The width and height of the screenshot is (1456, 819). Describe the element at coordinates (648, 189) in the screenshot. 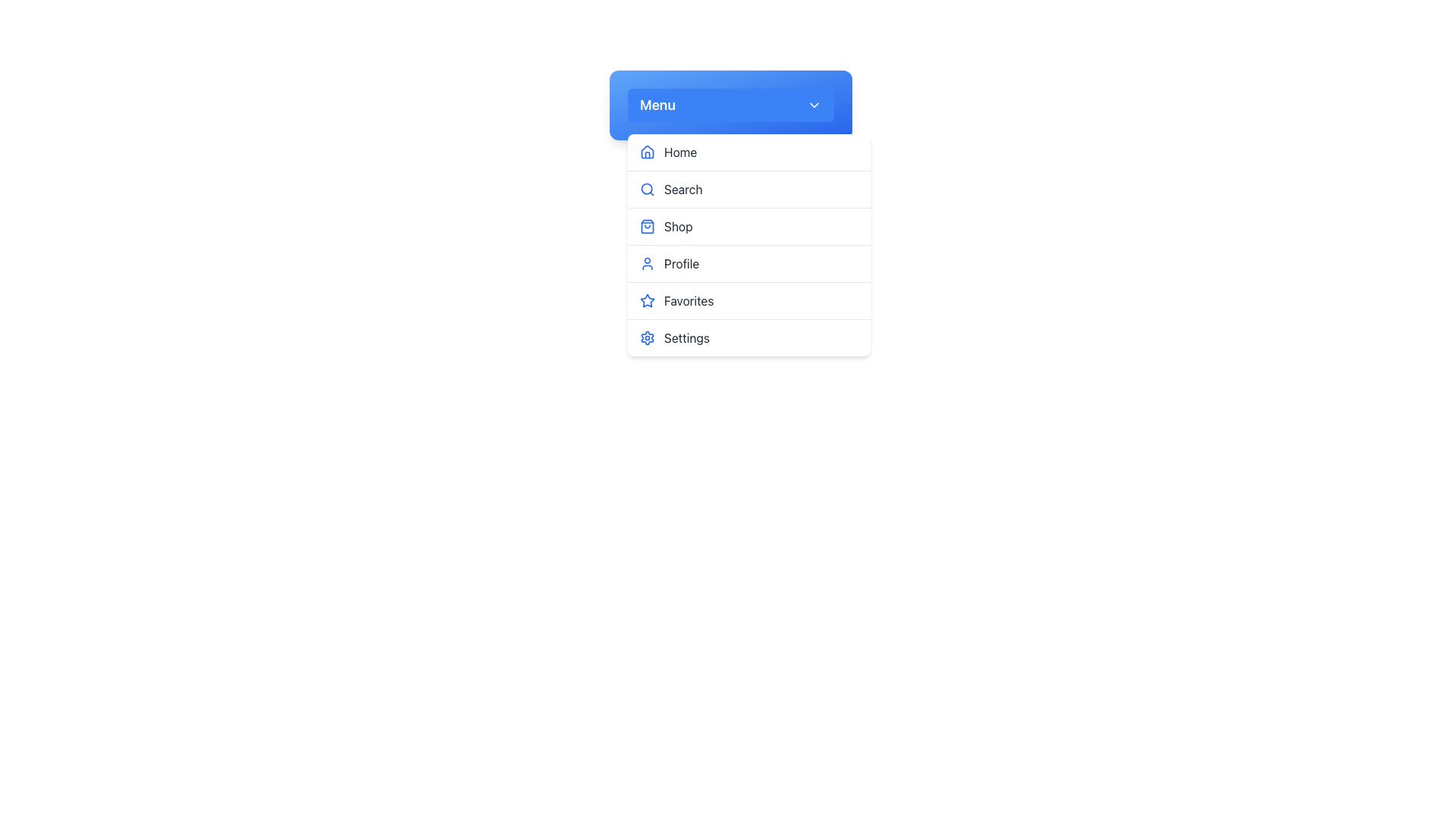

I see `the magnifying glass icon located to the left of the 'Search' text in the second row entry of the dropdown menu under the 'Menu' heading` at that location.